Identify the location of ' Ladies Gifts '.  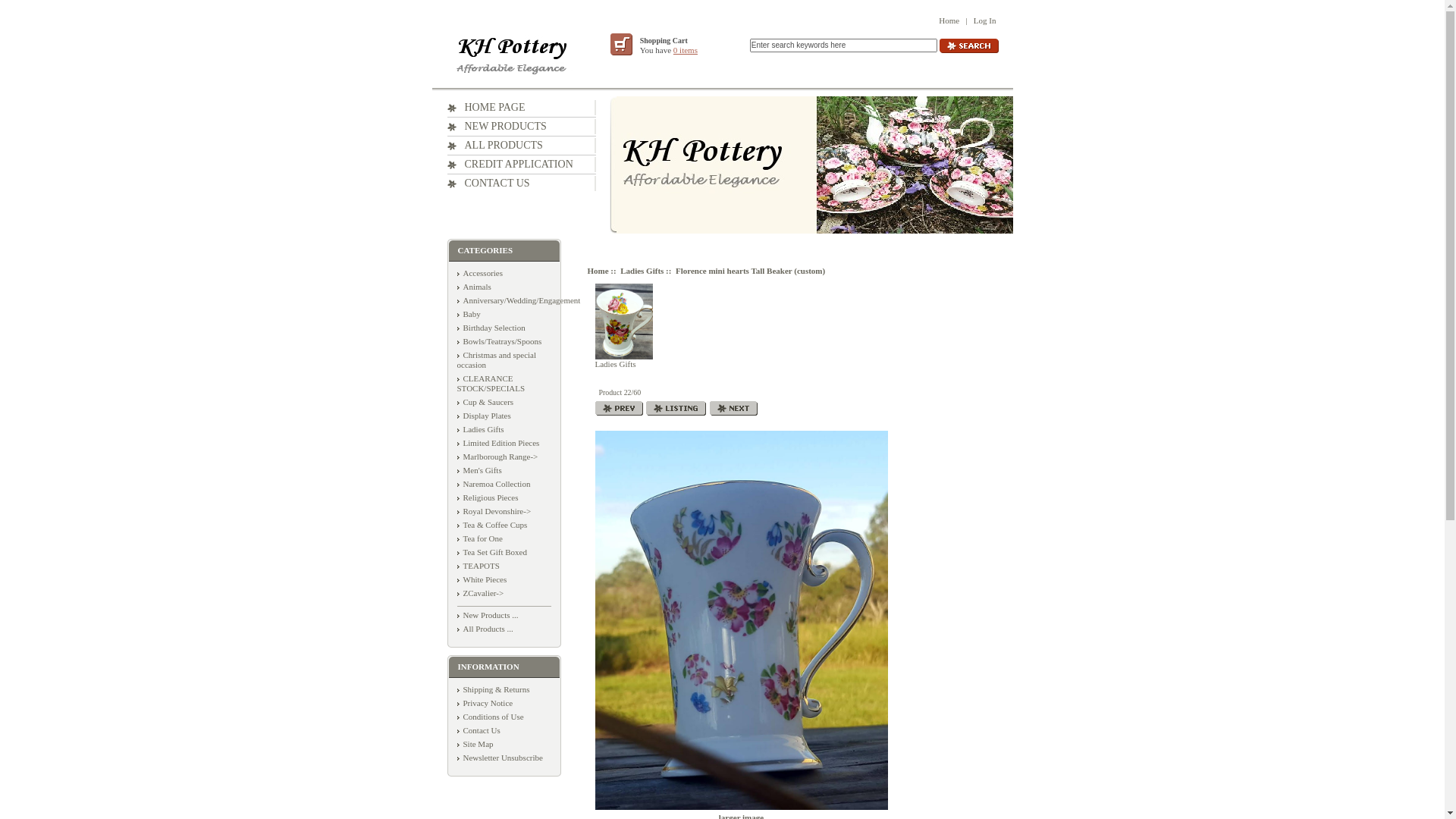
(623, 321).